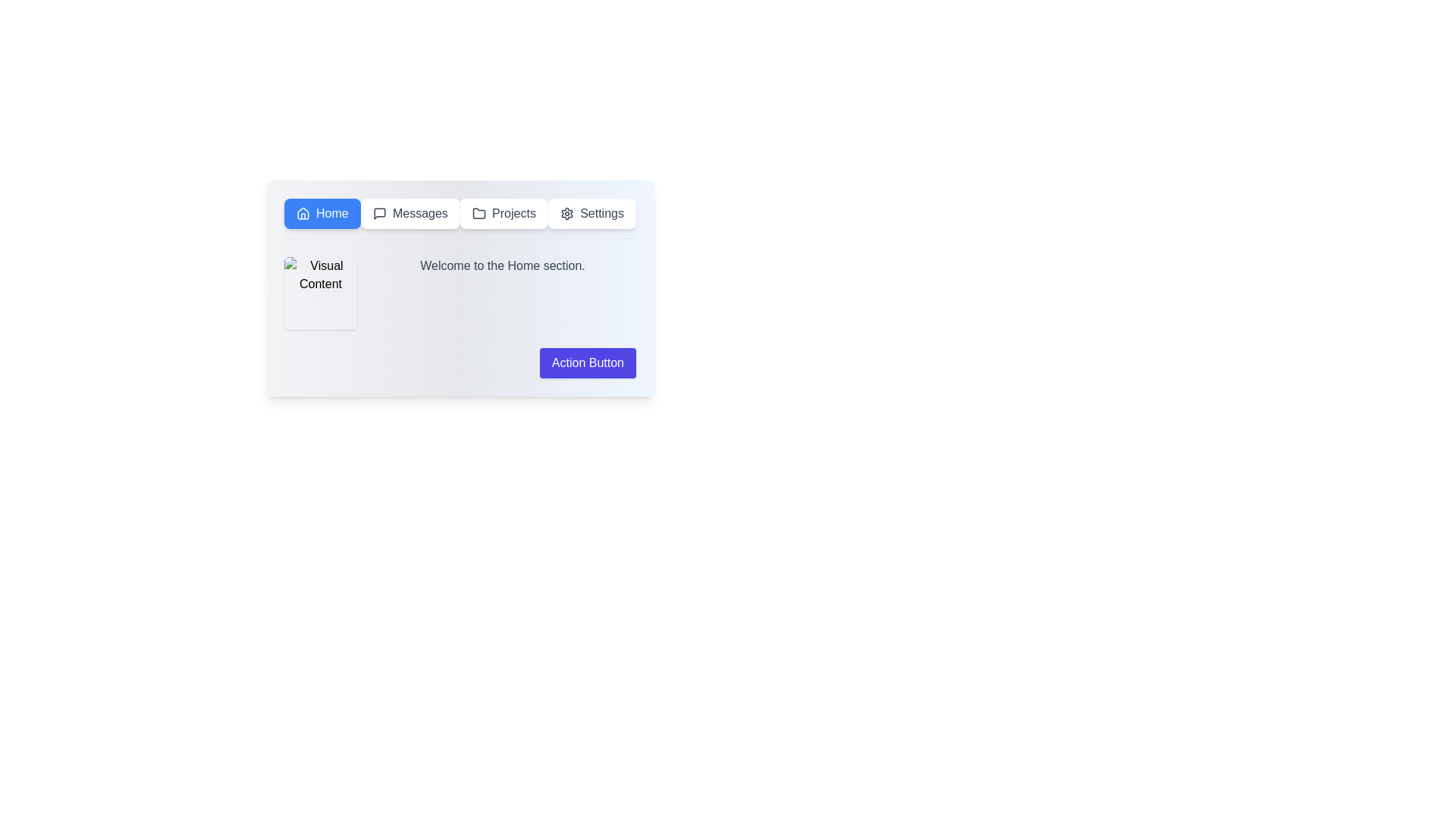 Image resolution: width=1456 pixels, height=819 pixels. What do you see at coordinates (410, 213) in the screenshot?
I see `the navigation button that leads to the messages section, located between the 'Home' and 'Projects' buttons in the horizontal navigation bar` at bounding box center [410, 213].